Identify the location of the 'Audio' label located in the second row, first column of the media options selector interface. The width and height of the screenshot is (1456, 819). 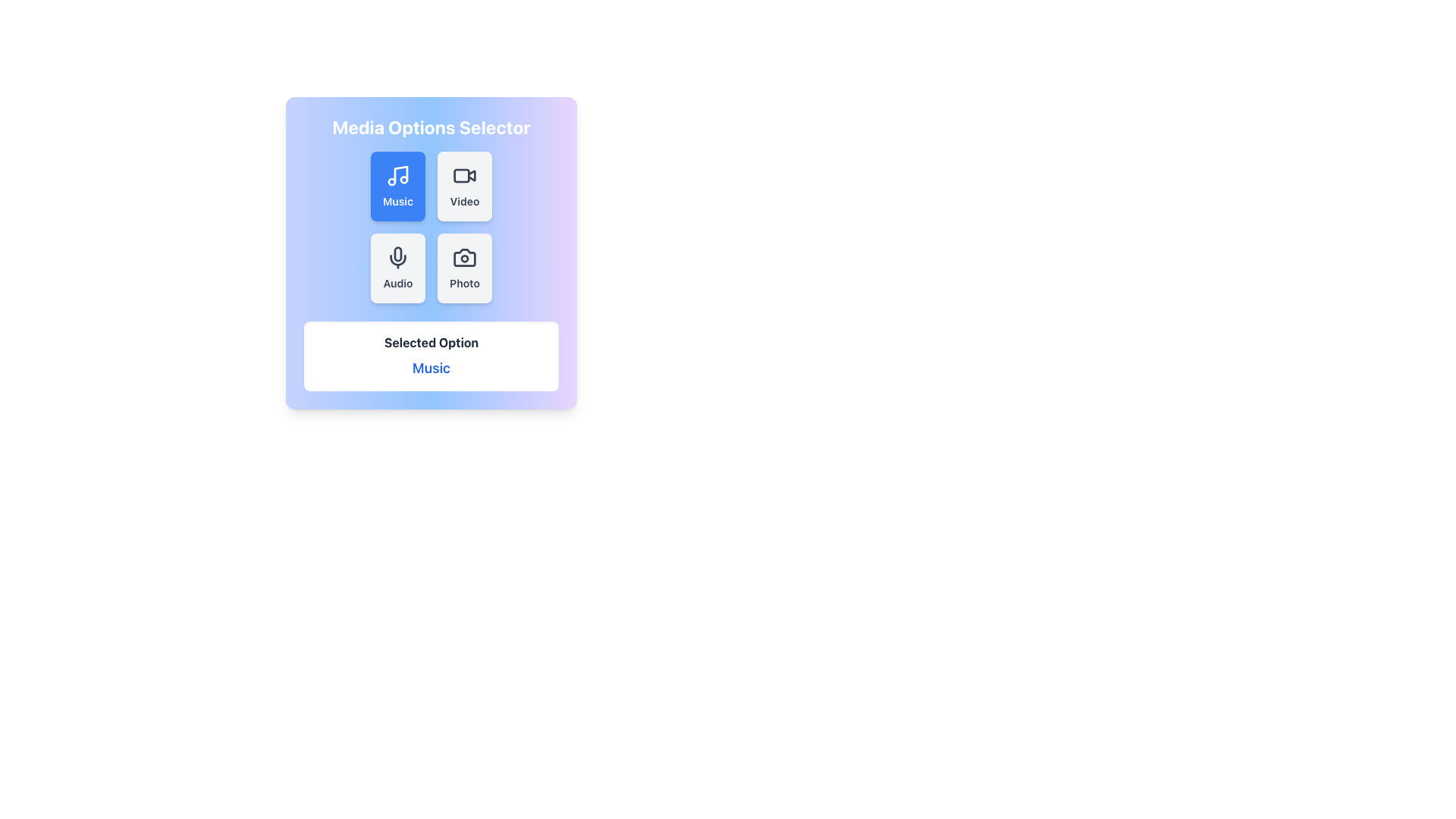
(397, 284).